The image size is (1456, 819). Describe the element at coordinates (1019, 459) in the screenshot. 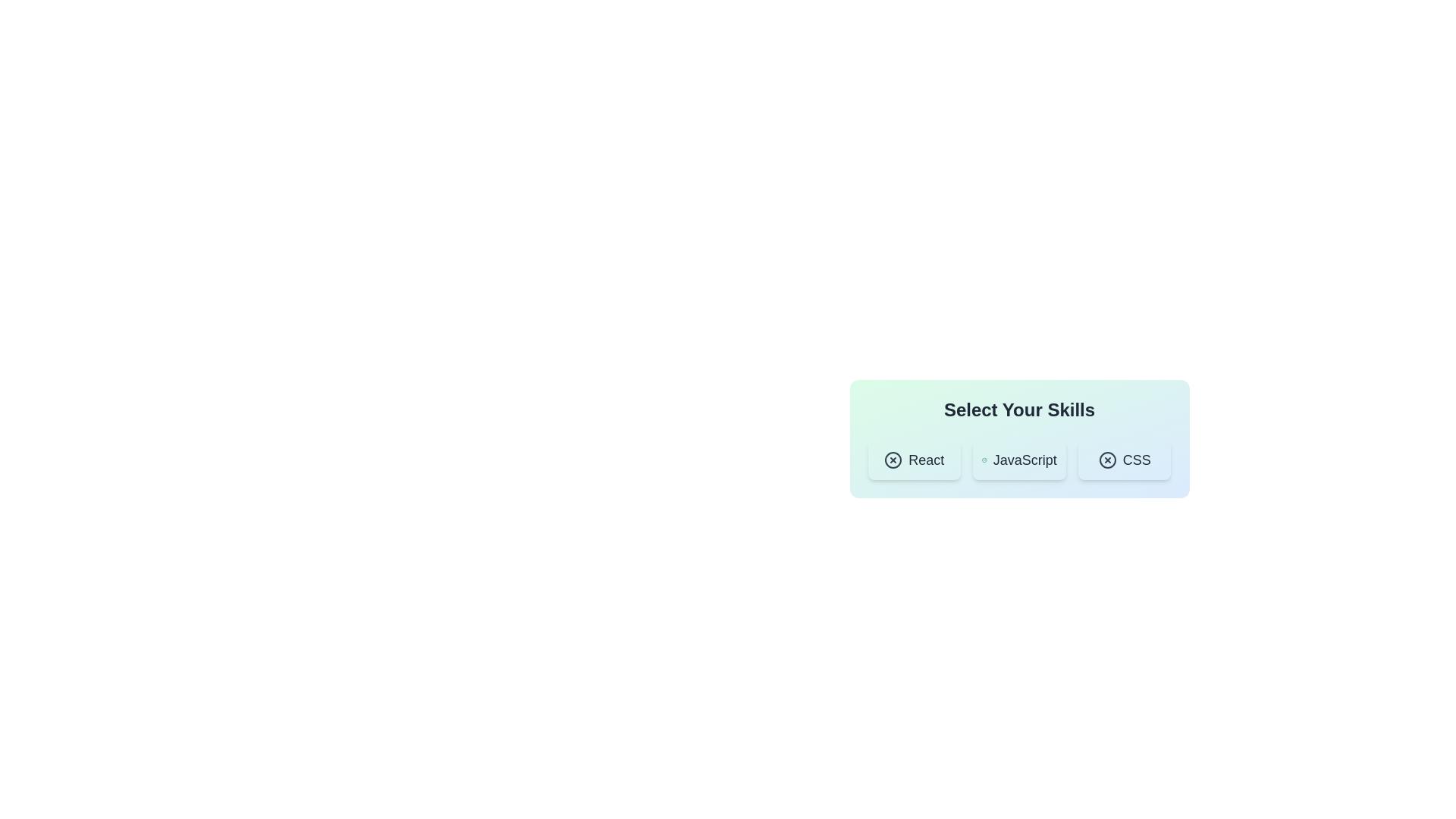

I see `the chip labeled JavaScript to view its hover effect` at that location.